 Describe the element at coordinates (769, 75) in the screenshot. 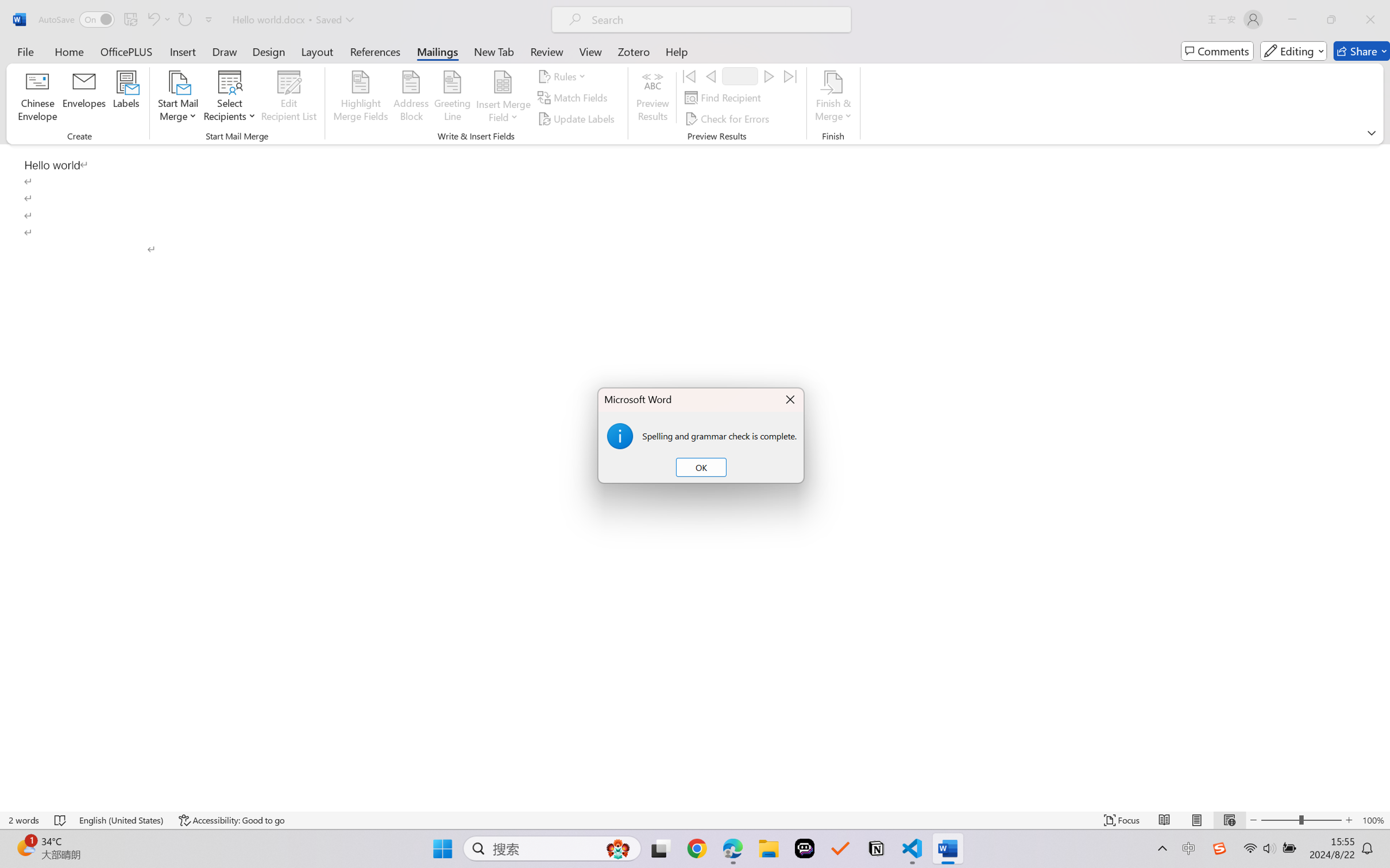

I see `'Next'` at that location.